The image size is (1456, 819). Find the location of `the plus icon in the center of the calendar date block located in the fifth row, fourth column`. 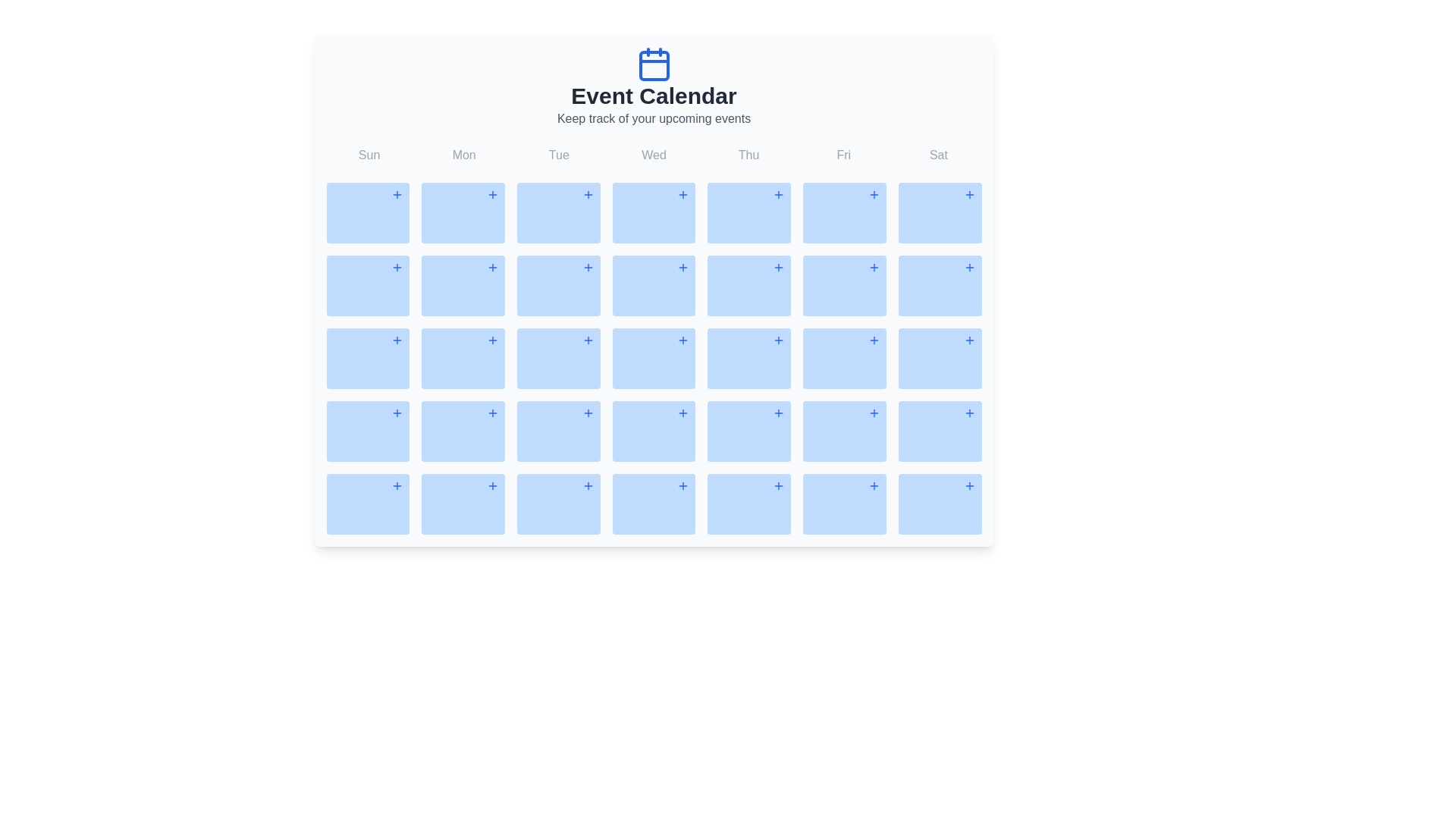

the plus icon in the center of the calendar date block located in the fifth row, fourth column is located at coordinates (779, 413).